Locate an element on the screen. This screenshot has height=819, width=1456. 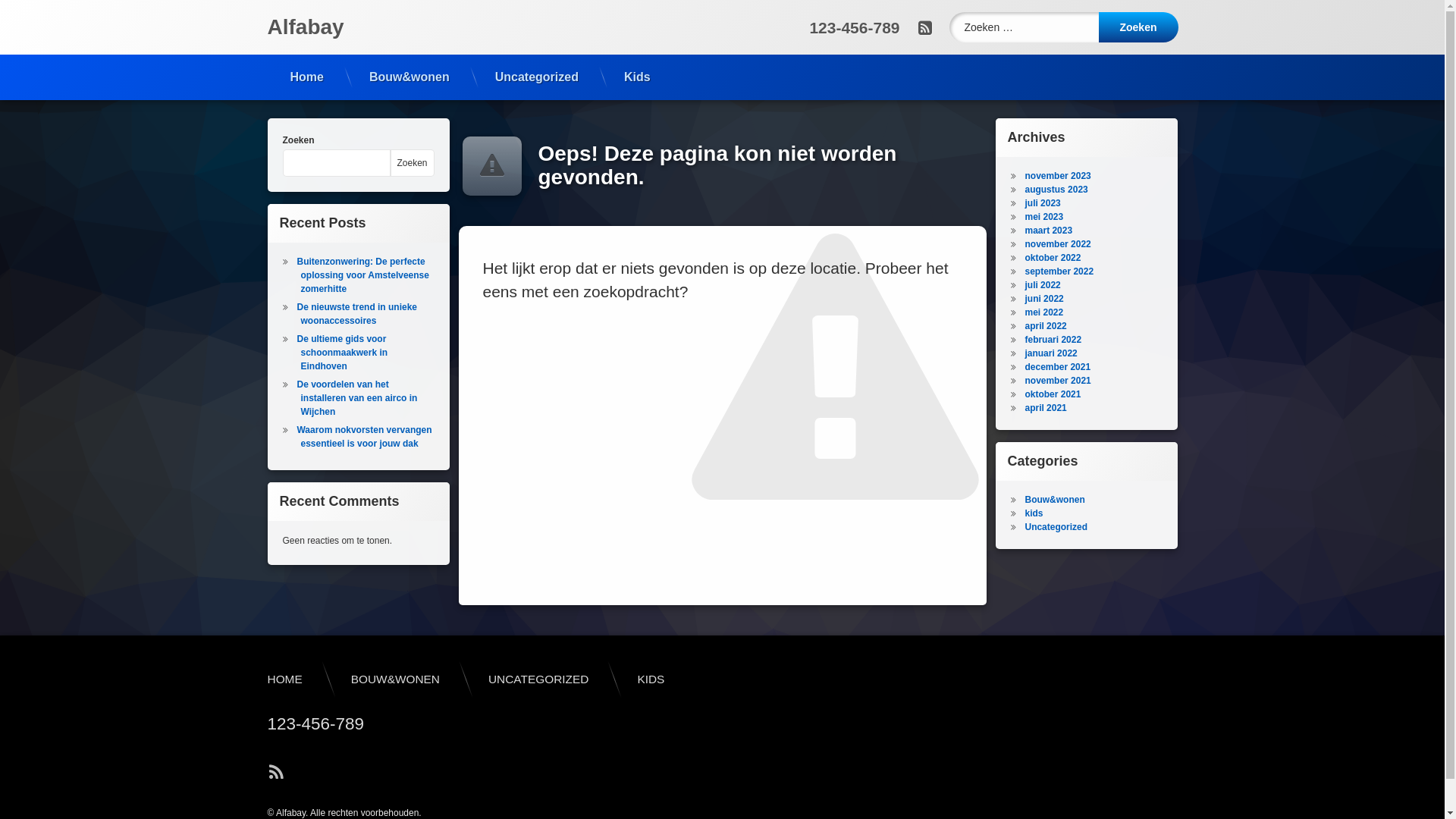
'november 2023' is located at coordinates (1056, 174).